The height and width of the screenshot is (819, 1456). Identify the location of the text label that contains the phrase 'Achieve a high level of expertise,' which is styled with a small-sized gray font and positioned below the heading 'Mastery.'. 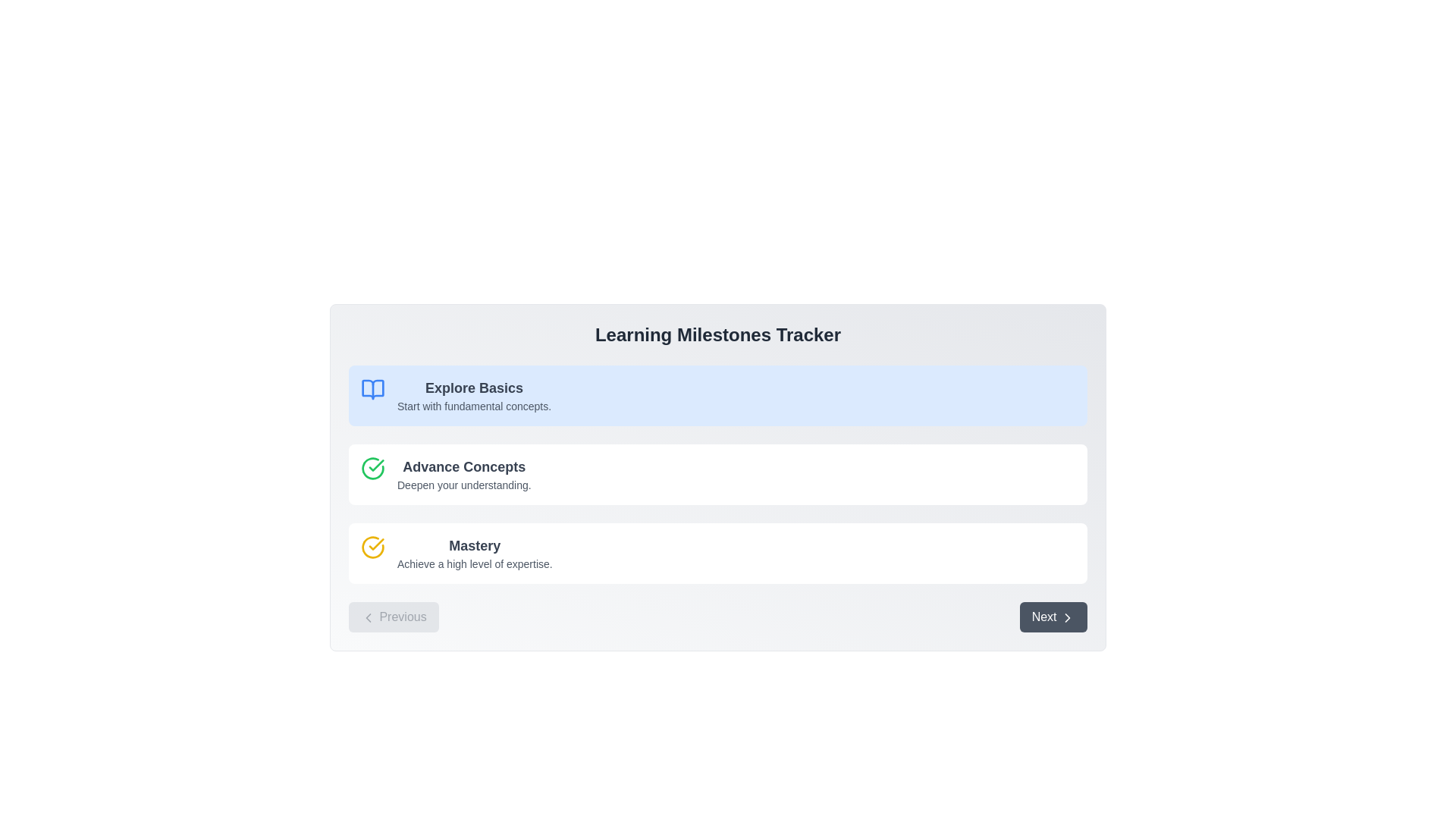
(474, 564).